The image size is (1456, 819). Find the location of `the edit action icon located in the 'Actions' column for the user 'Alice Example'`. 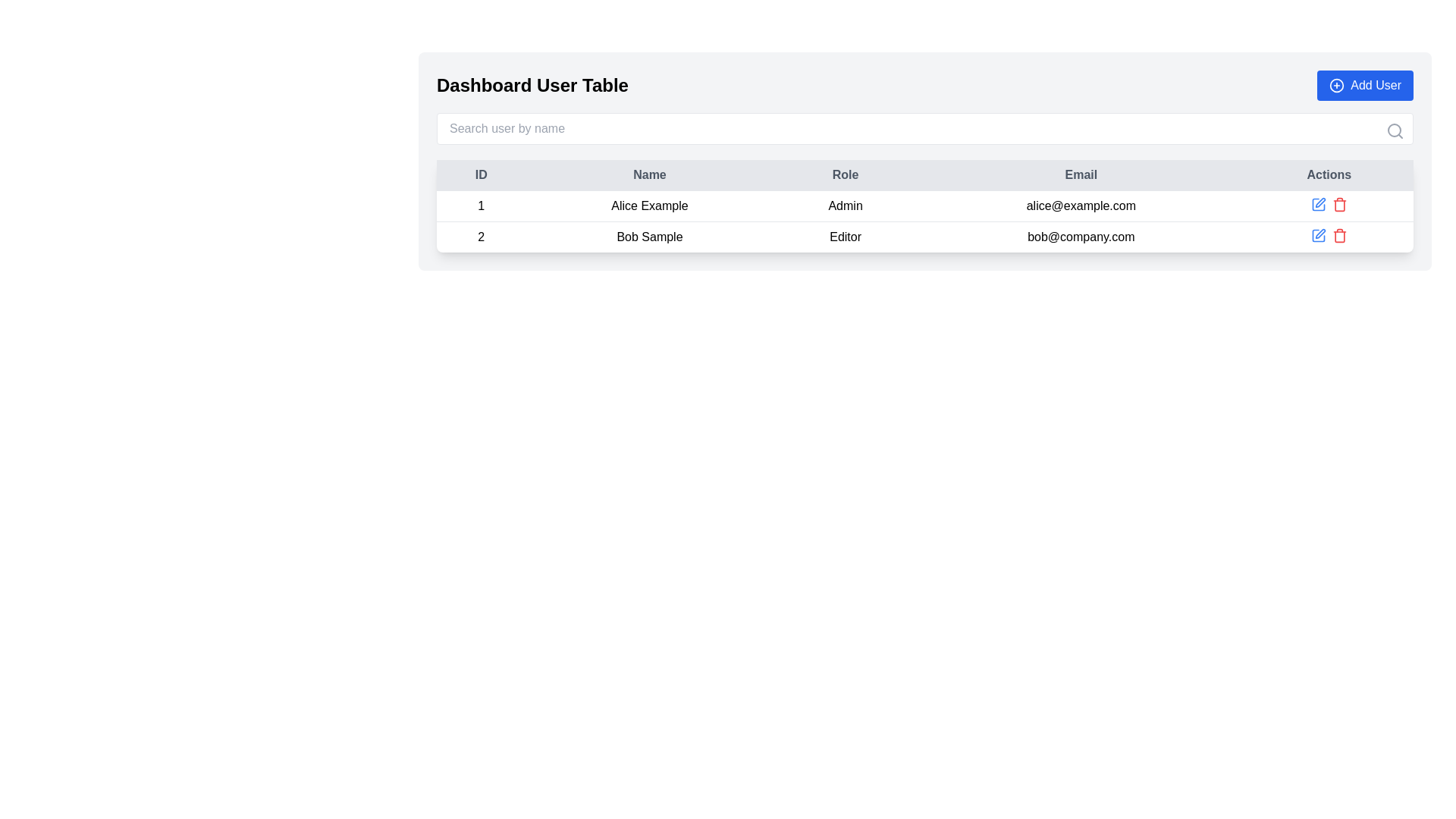

the edit action icon located in the 'Actions' column for the user 'Alice Example' is located at coordinates (1319, 202).